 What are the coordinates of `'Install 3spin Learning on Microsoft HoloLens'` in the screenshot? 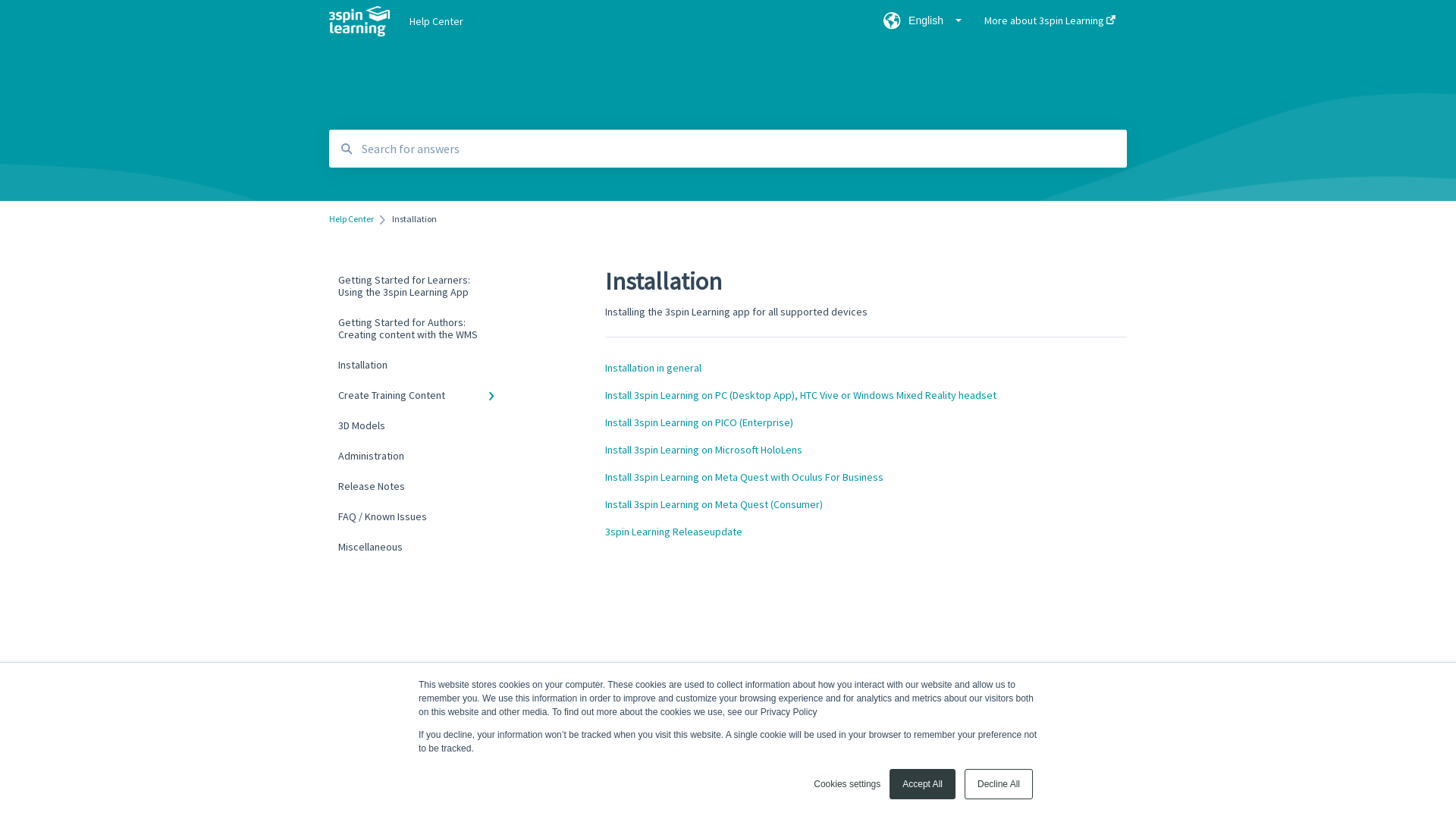 It's located at (702, 449).